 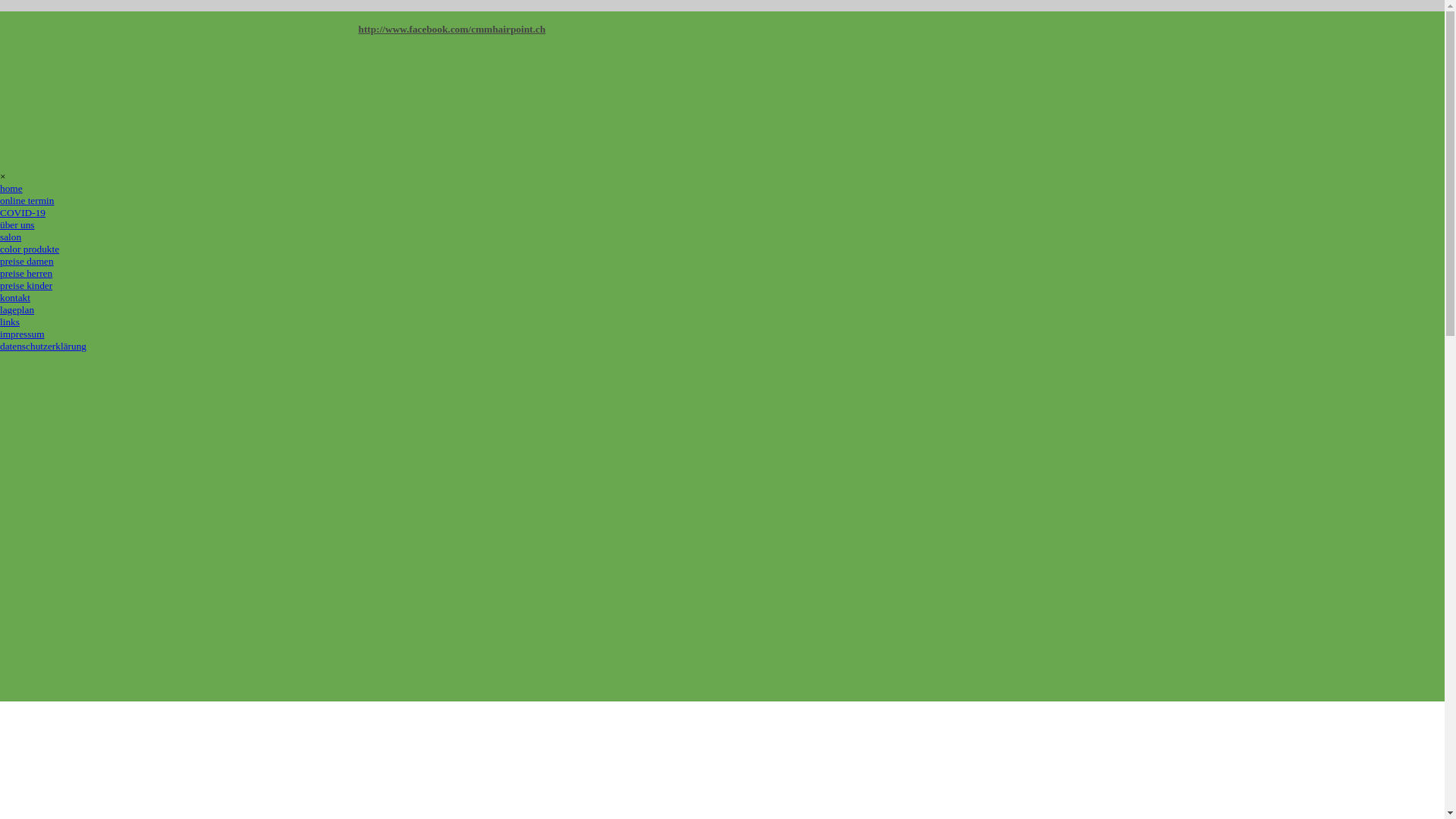 I want to click on 'color produkte', so click(x=29, y=248).